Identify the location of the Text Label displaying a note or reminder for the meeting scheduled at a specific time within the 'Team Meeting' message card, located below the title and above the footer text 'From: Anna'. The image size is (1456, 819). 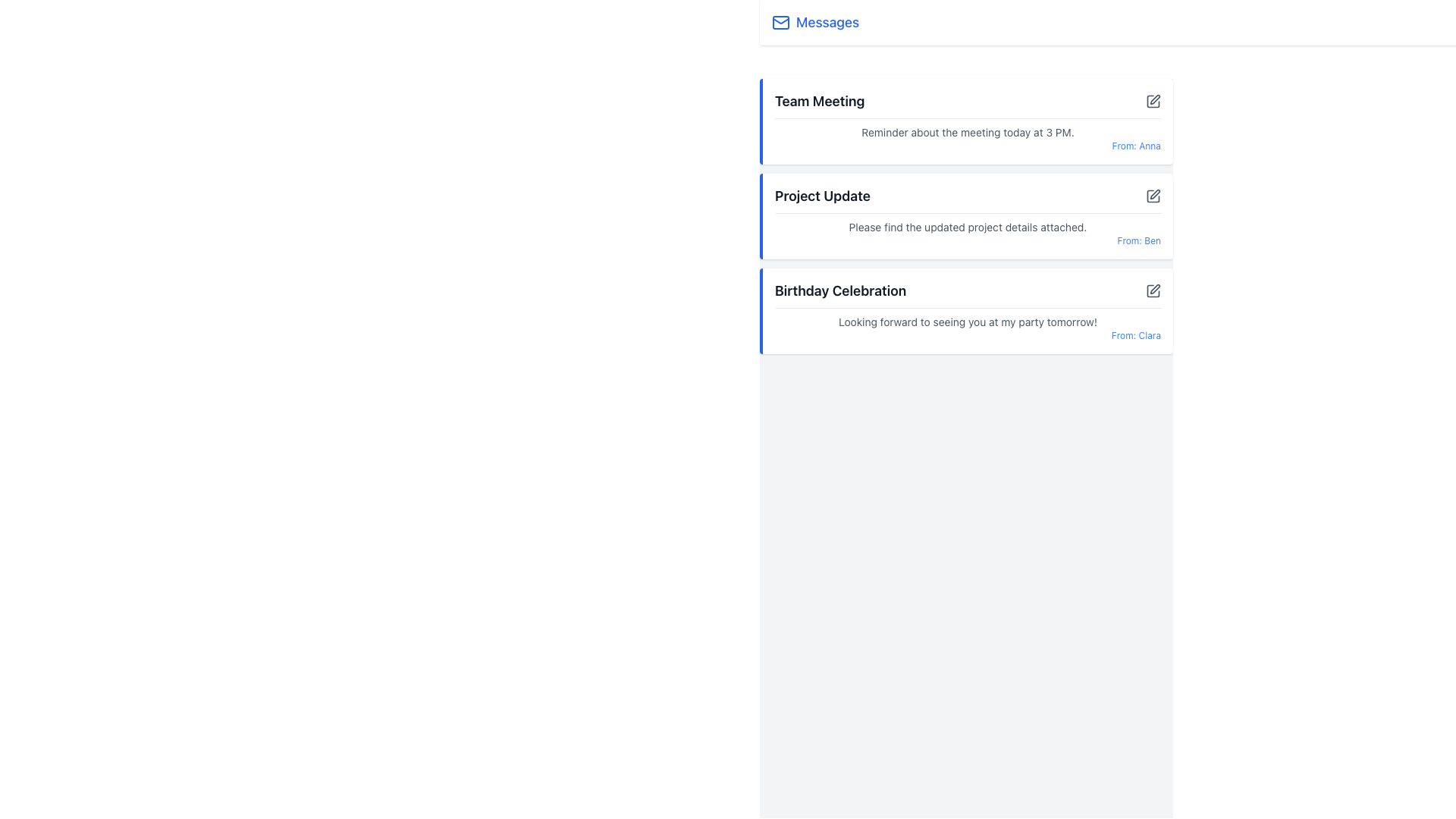
(967, 128).